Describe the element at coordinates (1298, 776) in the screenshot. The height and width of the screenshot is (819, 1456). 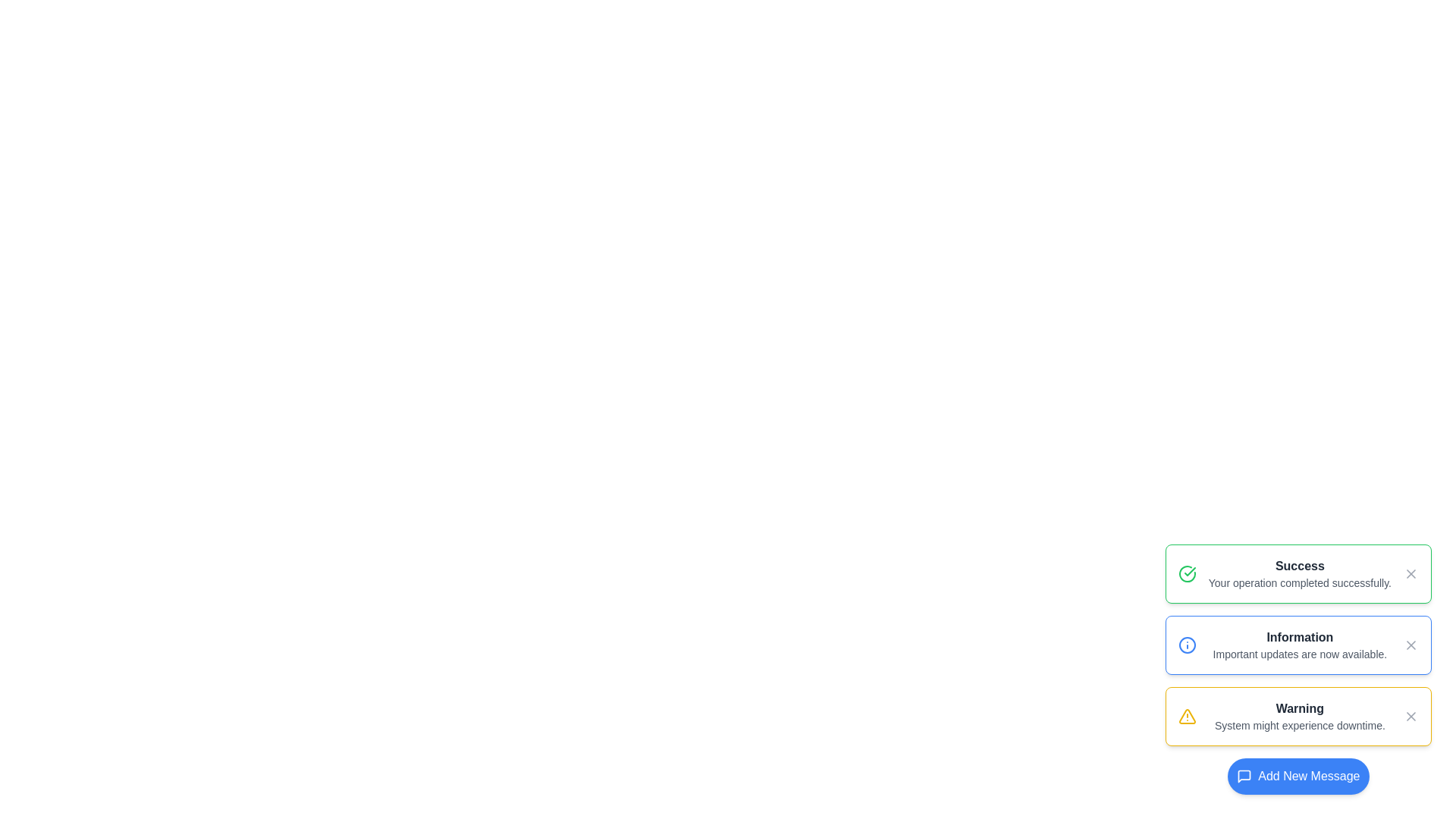
I see `the button located at the bottom-right of the interface that triggers the messaging interface, positioned beneath the 'Warning' message notification` at that location.